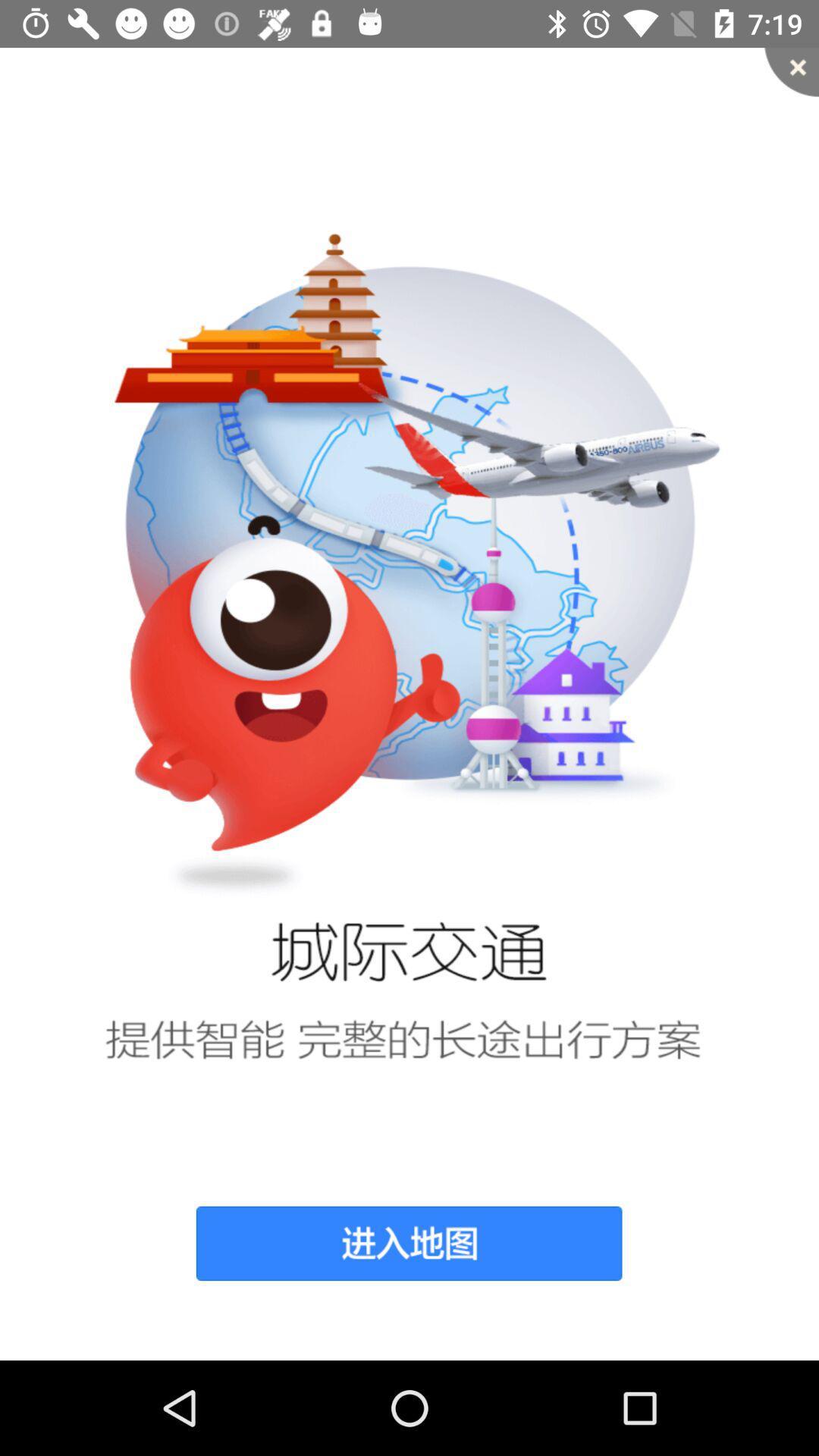 The image size is (819, 1456). I want to click on item at the center, so click(409, 703).